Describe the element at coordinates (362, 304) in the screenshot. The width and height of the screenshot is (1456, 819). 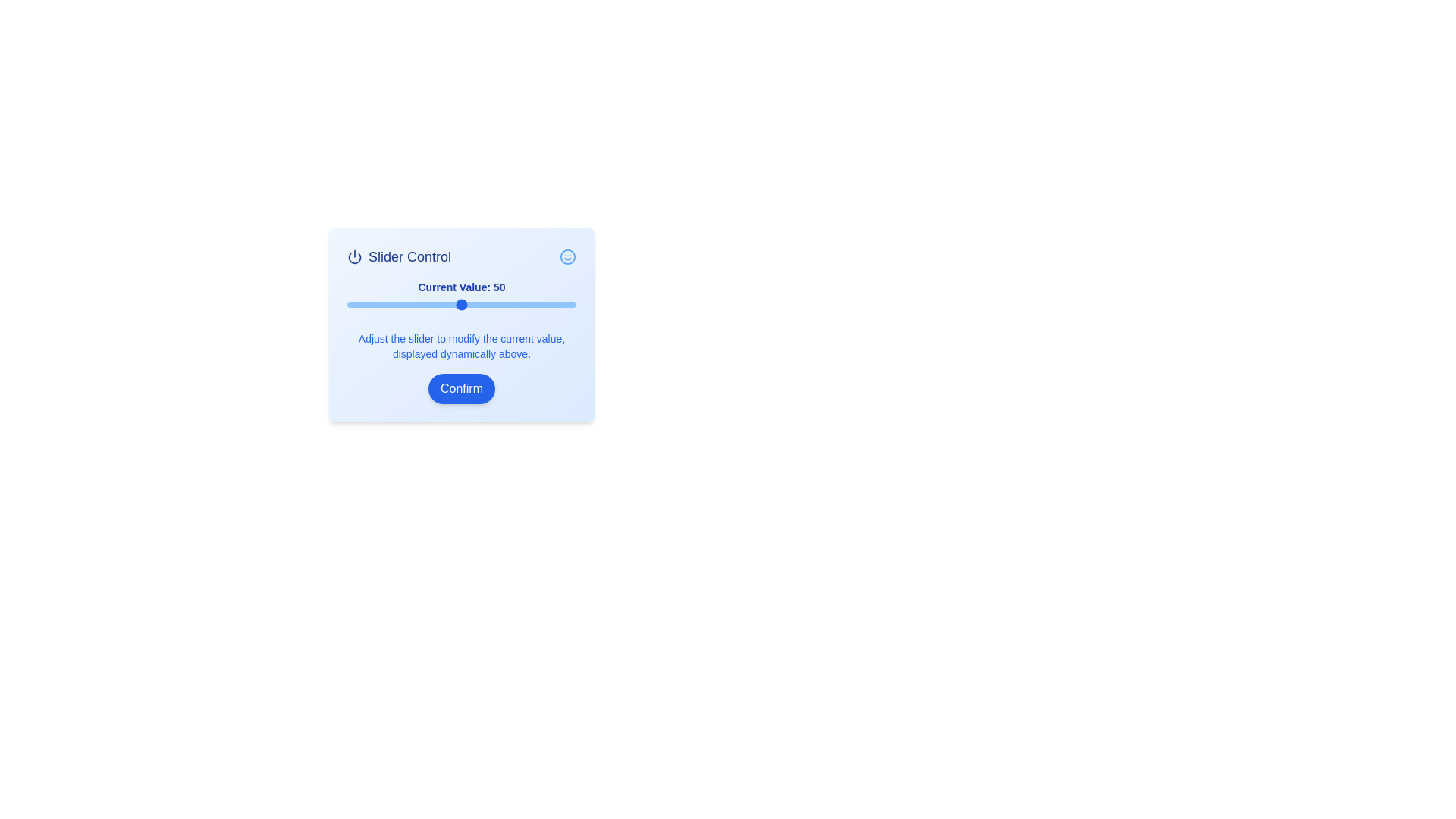
I see `the slider value` at that location.